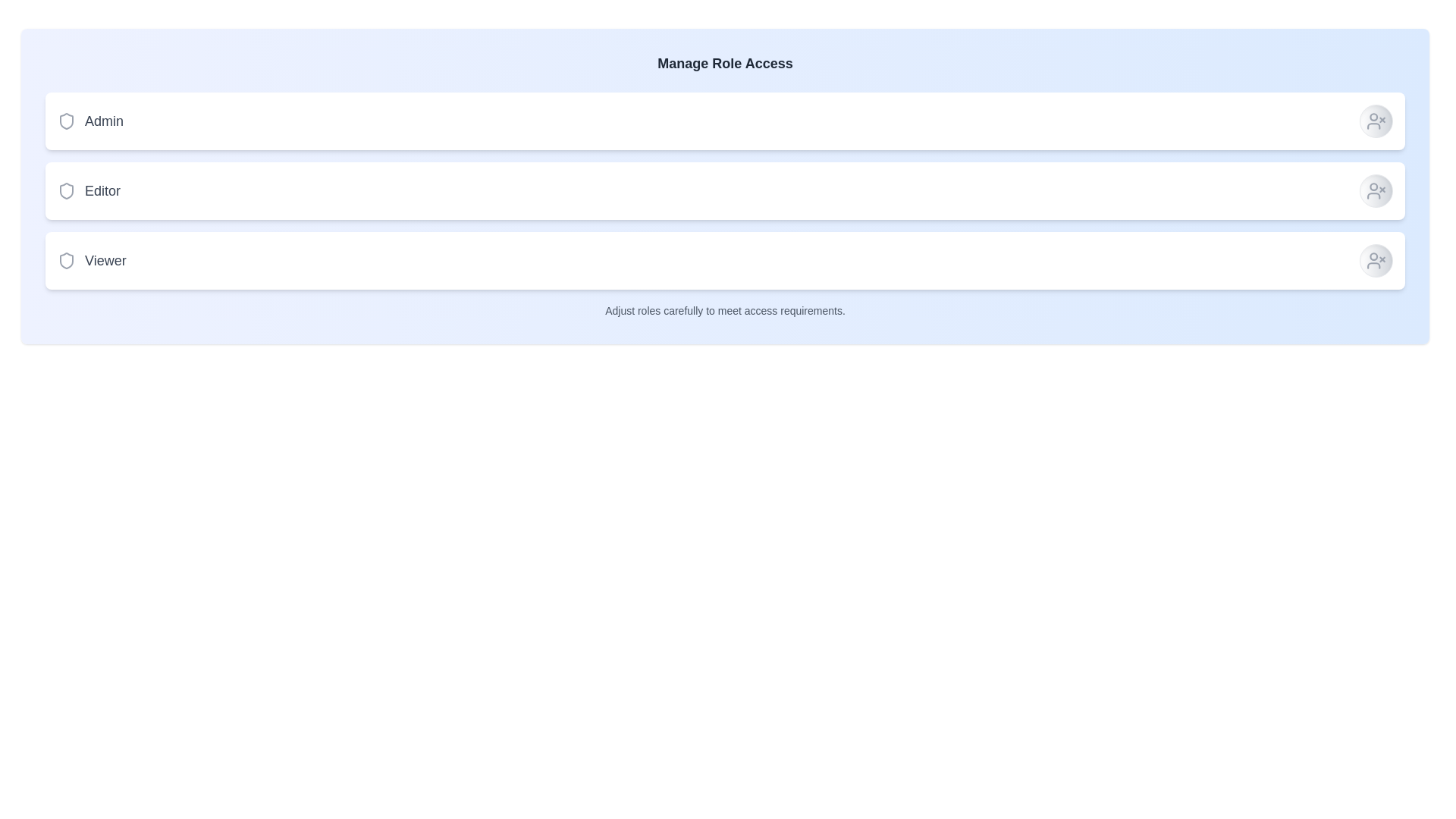 Image resolution: width=1456 pixels, height=819 pixels. Describe the element at coordinates (89, 120) in the screenshot. I see `the 'Admin' text label, which is the first item in a vertically aligned list of role descriptions, styled in bold gray font and located next to a shield icon` at that location.